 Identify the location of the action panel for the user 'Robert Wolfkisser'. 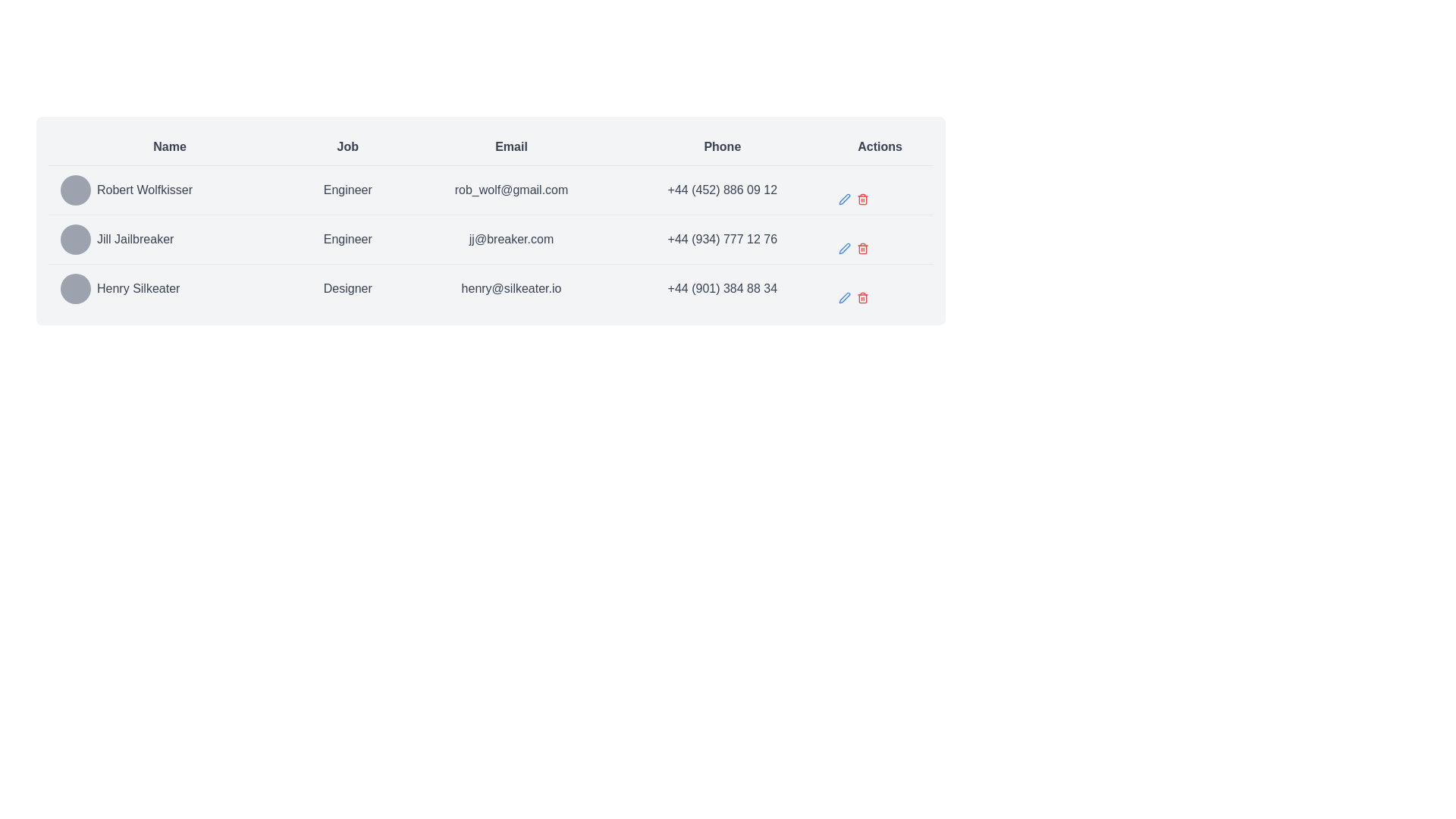
(880, 198).